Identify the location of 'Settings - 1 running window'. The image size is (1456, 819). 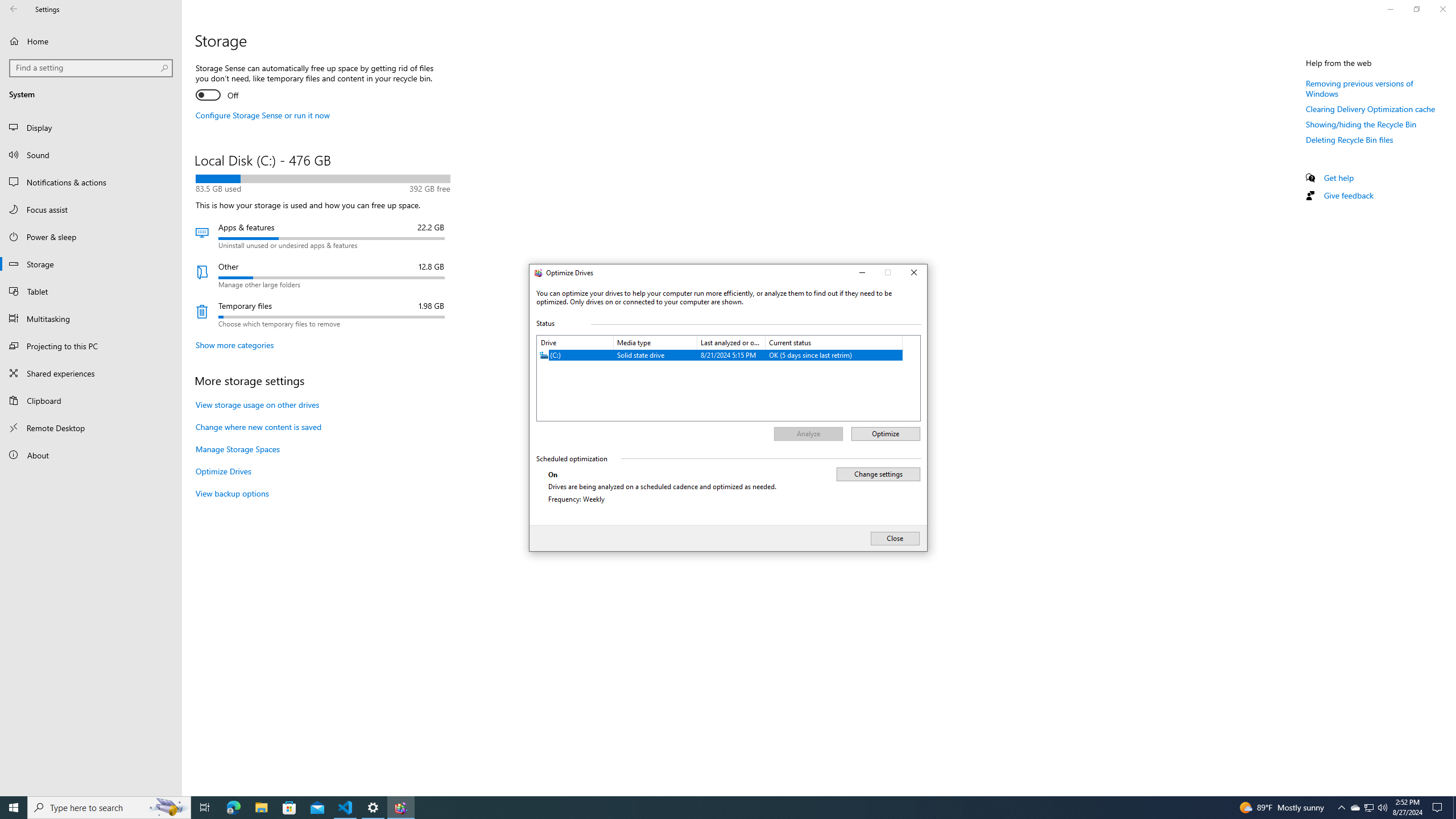
(373, 806).